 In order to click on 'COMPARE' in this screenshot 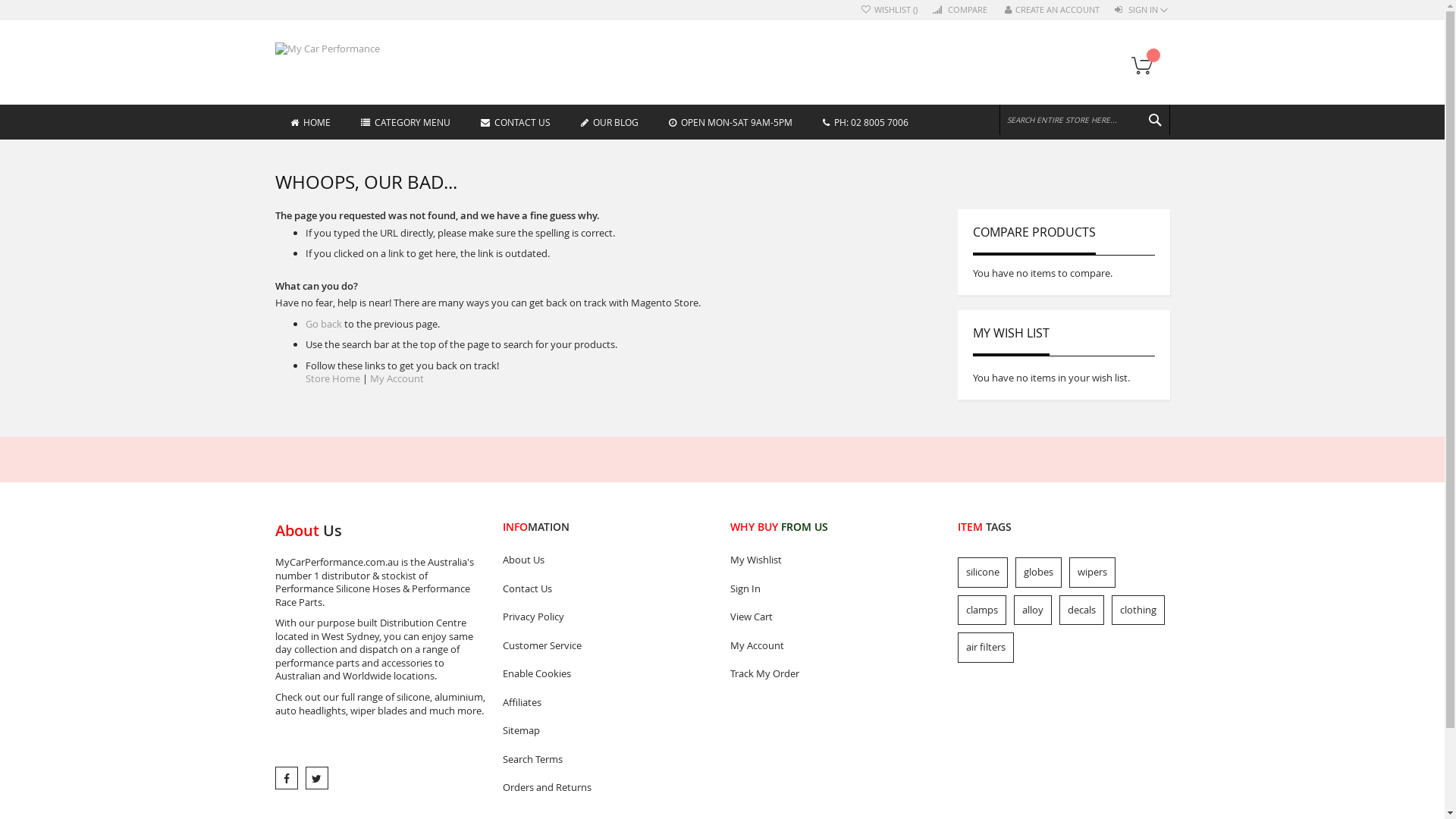, I will do `click(960, 10)`.